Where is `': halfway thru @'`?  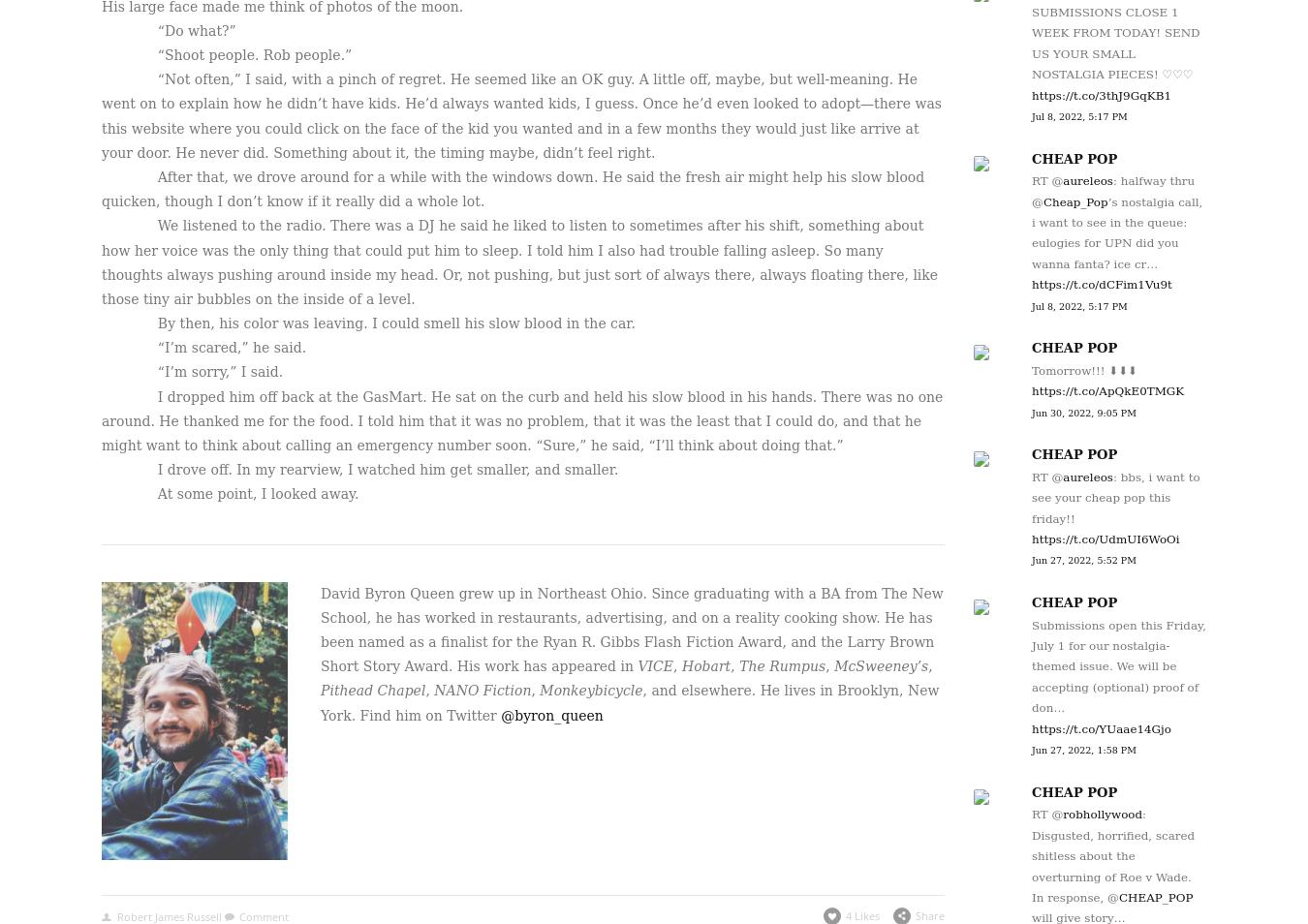 ': halfway thru @' is located at coordinates (1111, 190).